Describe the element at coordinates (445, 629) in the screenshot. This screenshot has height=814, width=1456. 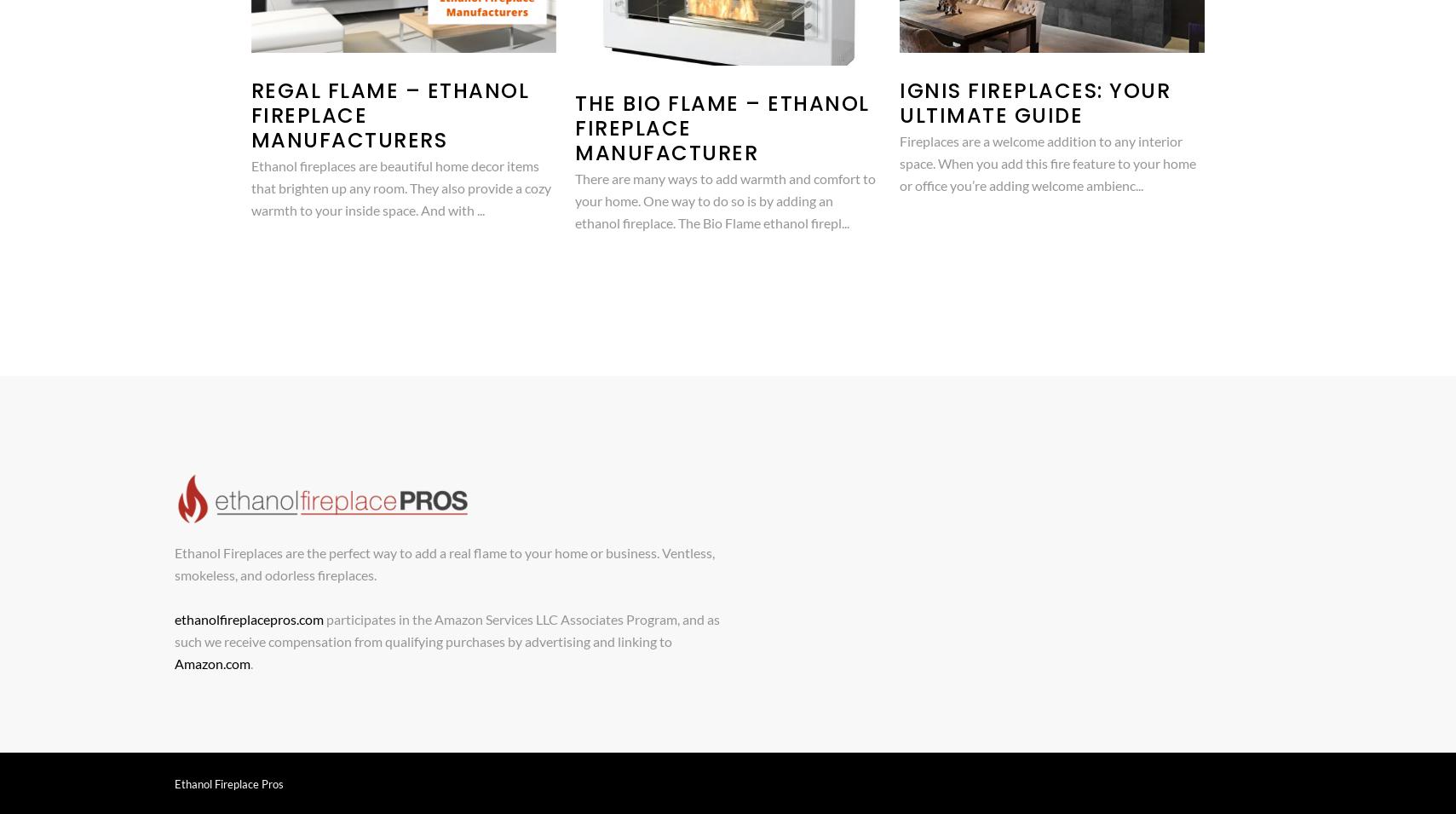
I see `'participates in the Amazon Services LLC Associates Program, and as such we receive compensation from qualifying purchases by advertising and linking to'` at that location.